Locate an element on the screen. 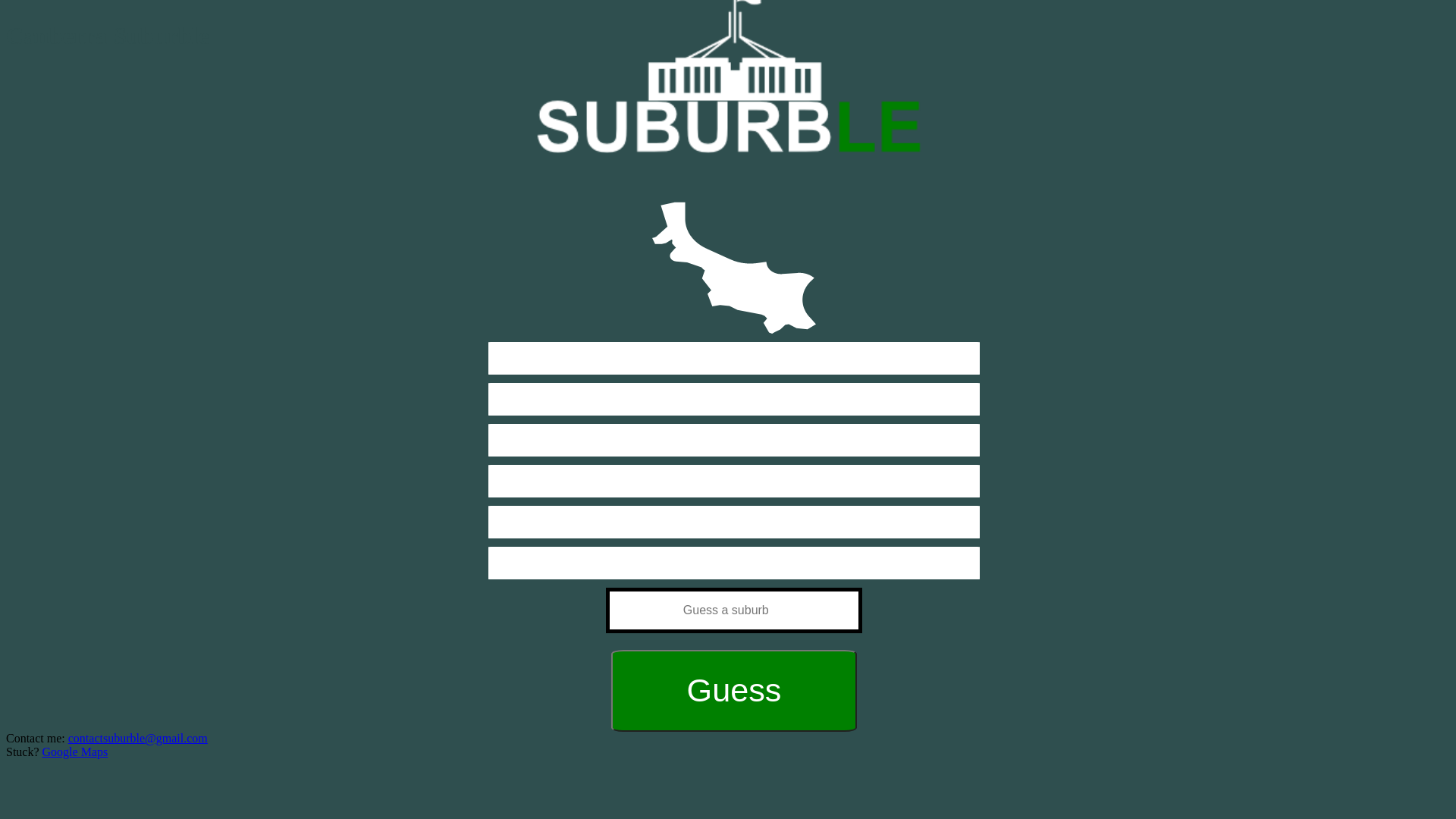  'Google Maps' is located at coordinates (74, 752).